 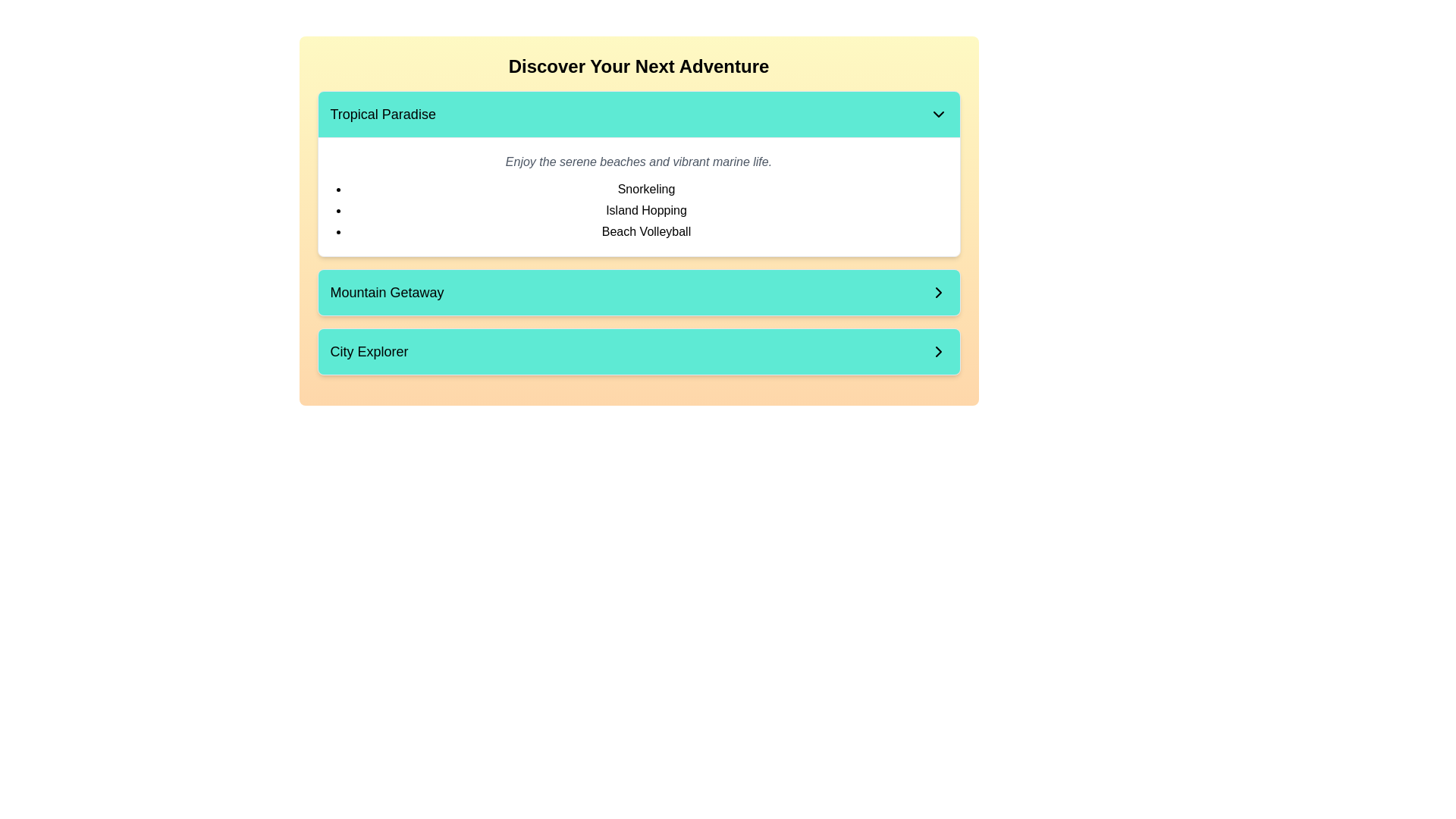 I want to click on the 'Mountain Getaway' button, which is the second item in the vertical list within the 'Discover Your Next Adventure' card component, so click(x=639, y=292).